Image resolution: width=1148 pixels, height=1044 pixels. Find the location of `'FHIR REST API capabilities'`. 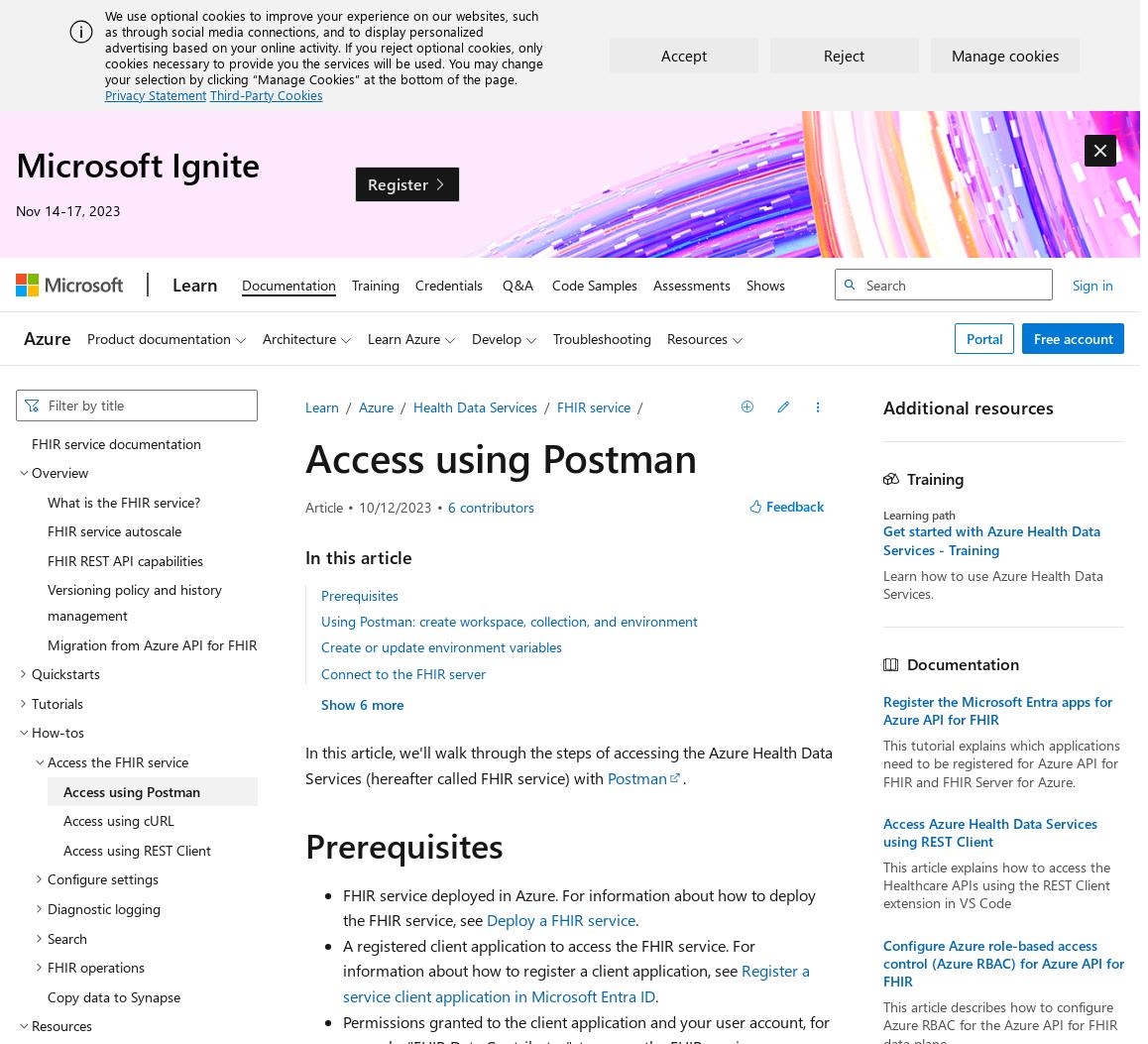

'FHIR REST API capabilities' is located at coordinates (124, 558).